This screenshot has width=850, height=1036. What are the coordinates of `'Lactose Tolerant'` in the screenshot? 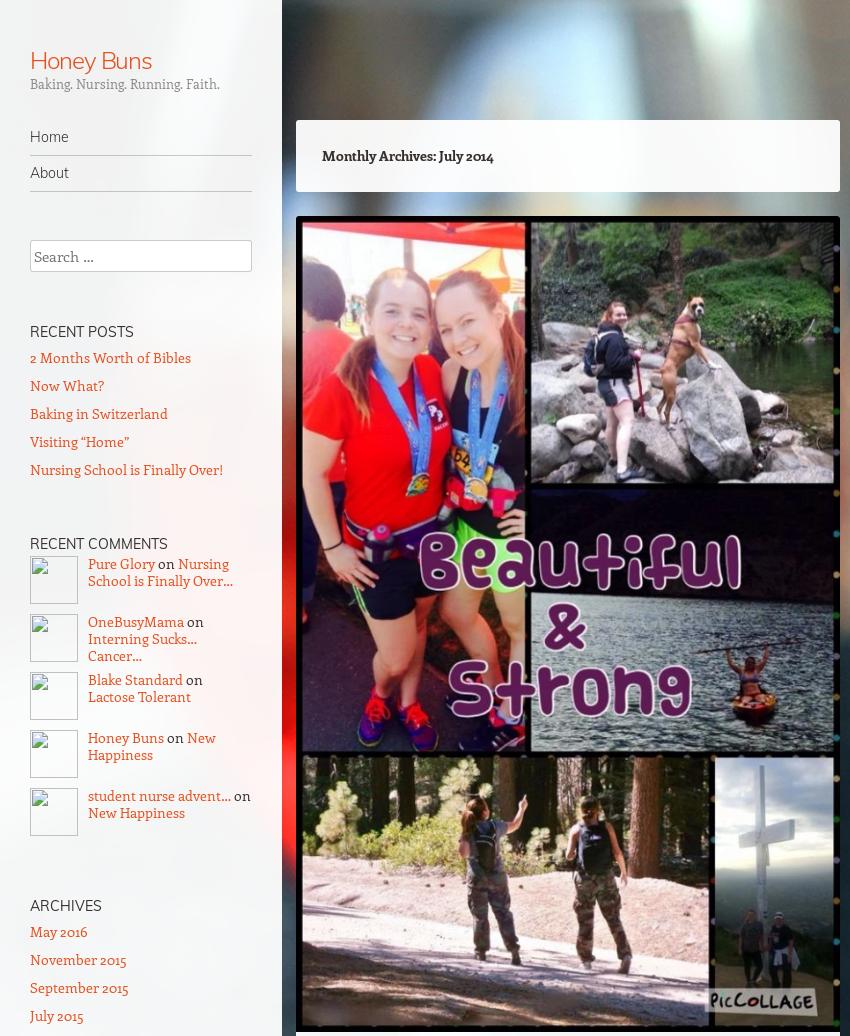 It's located at (139, 695).